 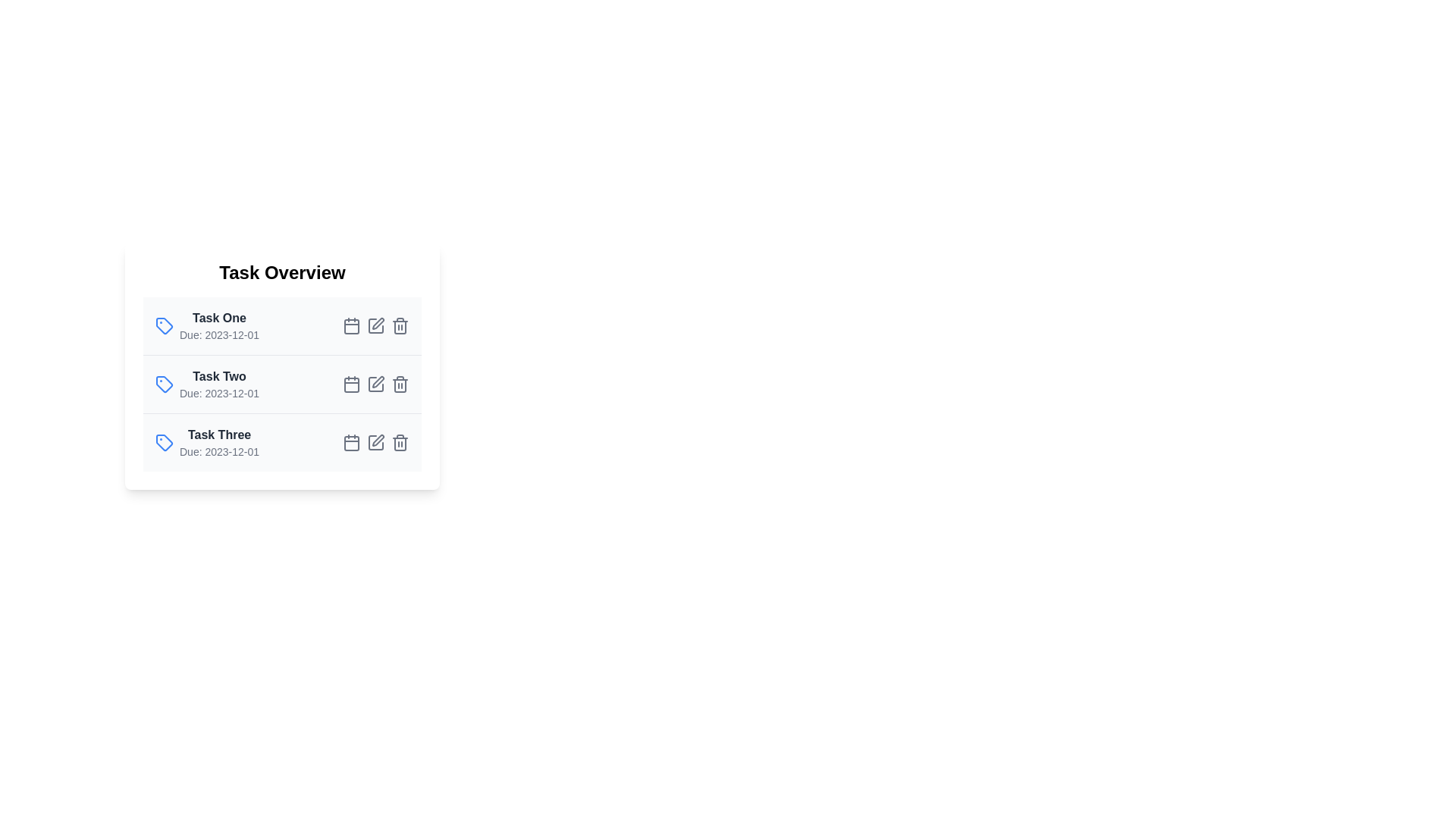 What do you see at coordinates (282, 383) in the screenshot?
I see `the task entry titled 'Task Two'` at bounding box center [282, 383].